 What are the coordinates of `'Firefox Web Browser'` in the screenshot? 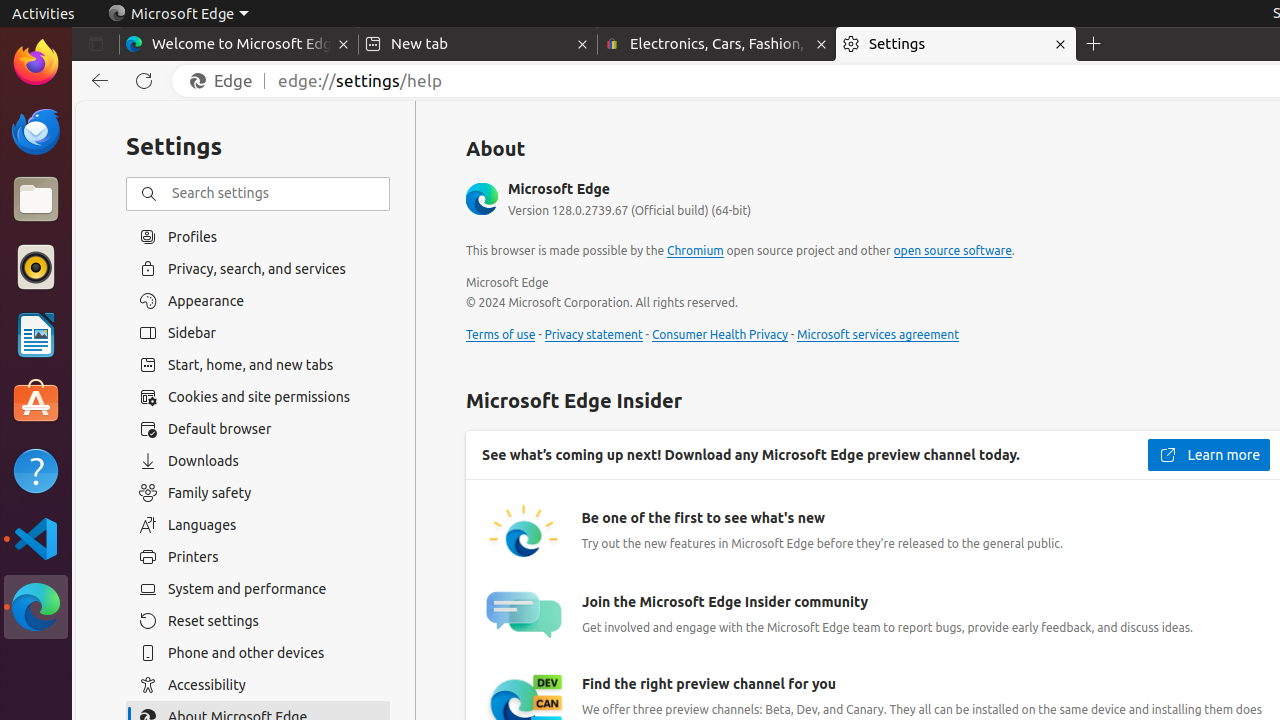 It's located at (35, 61).